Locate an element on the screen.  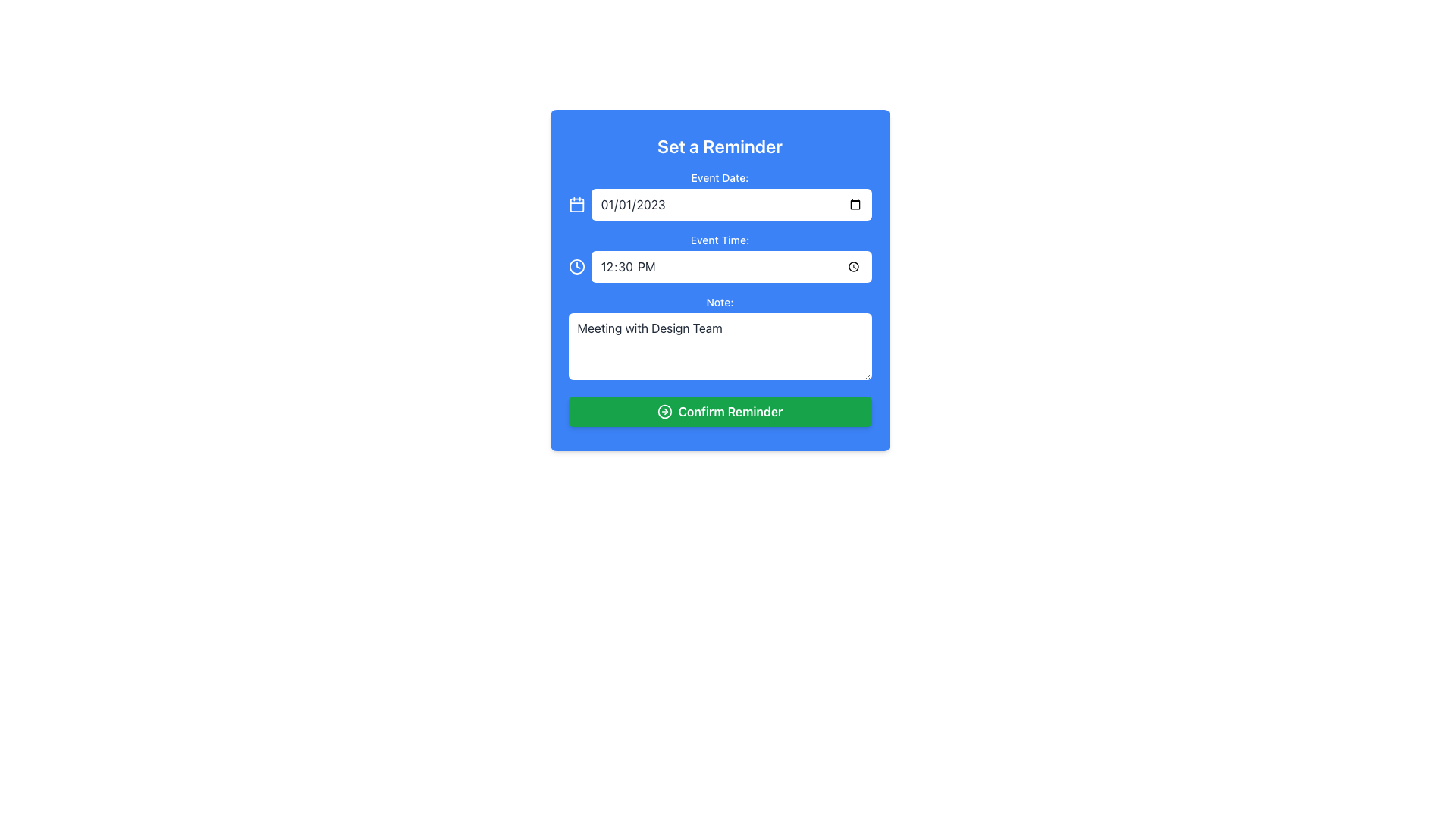
the Date Input Field in the 'Event Date' section is located at coordinates (731, 205).